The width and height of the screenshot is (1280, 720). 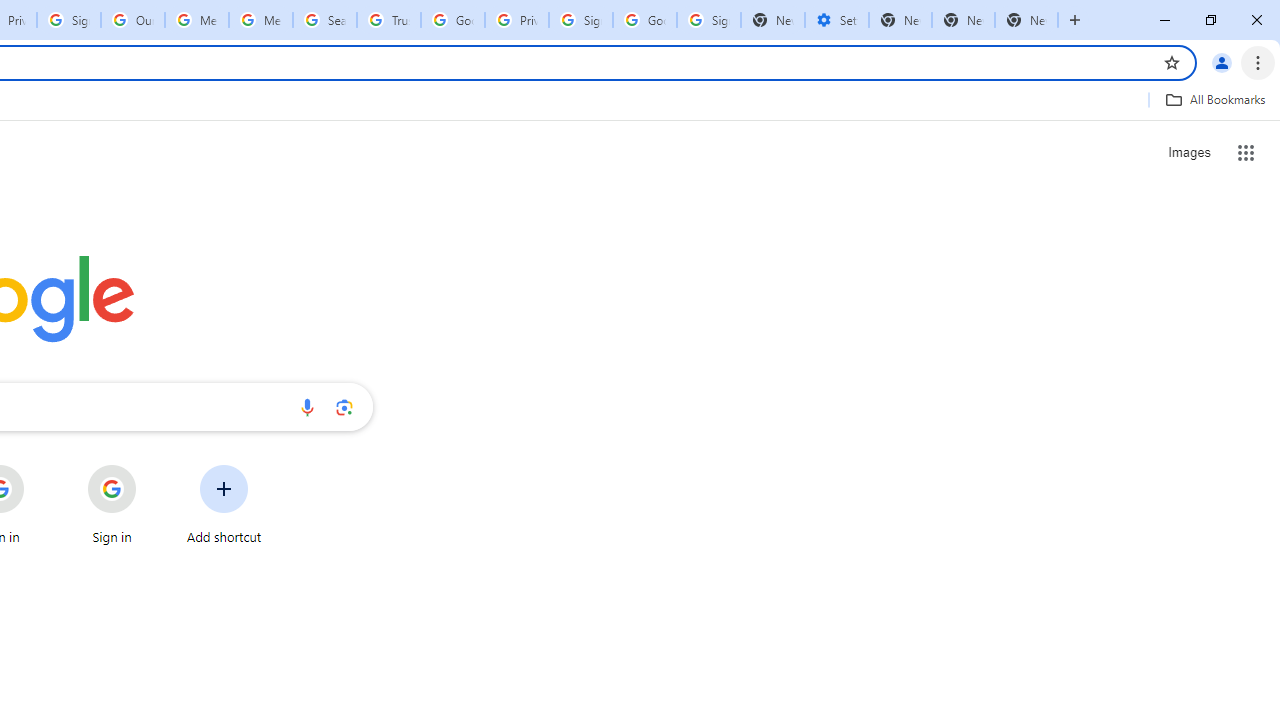 I want to click on 'Search by image', so click(x=344, y=406).